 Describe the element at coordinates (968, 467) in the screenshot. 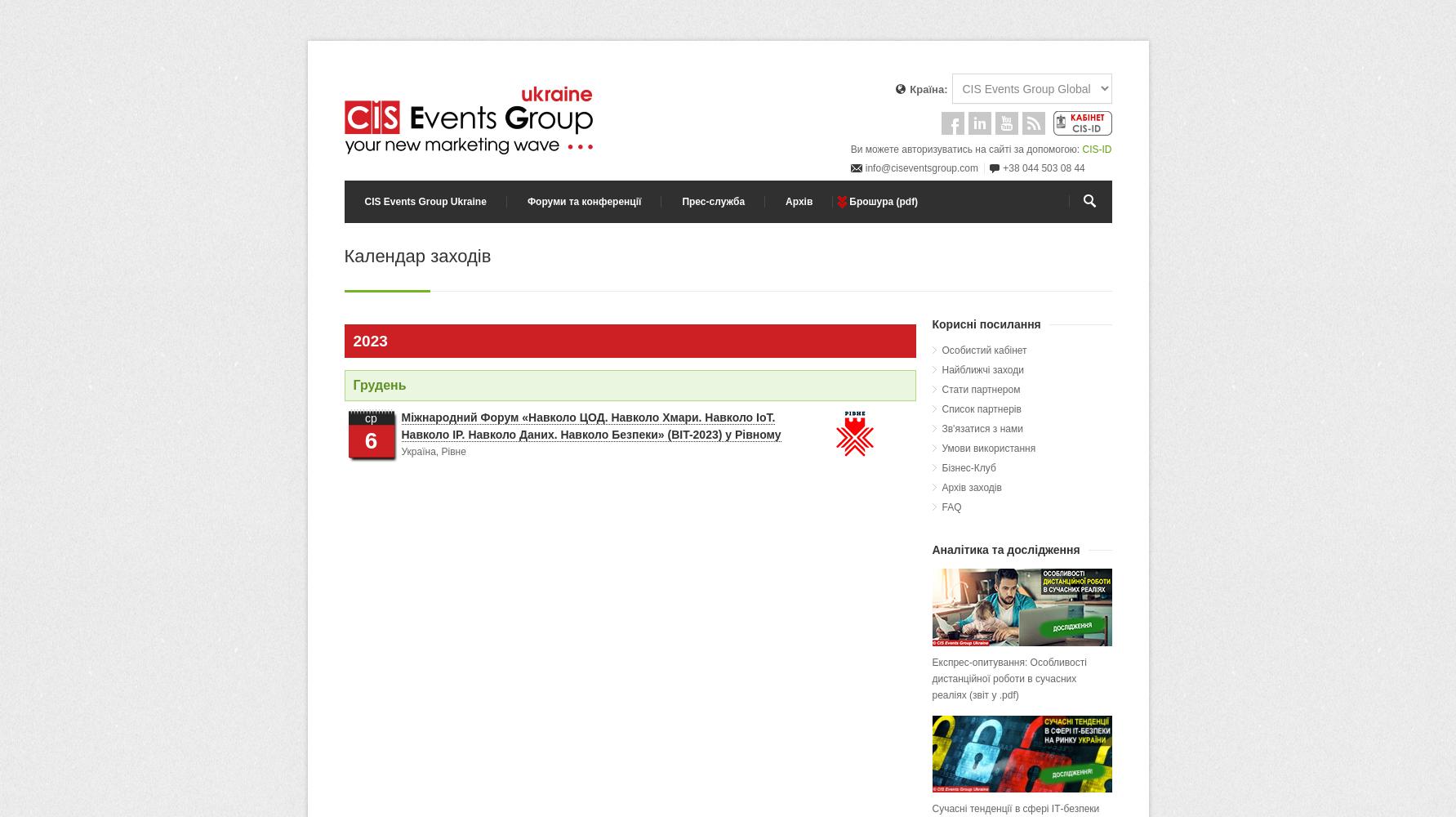

I see `'Бізнес-Клуб'` at that location.